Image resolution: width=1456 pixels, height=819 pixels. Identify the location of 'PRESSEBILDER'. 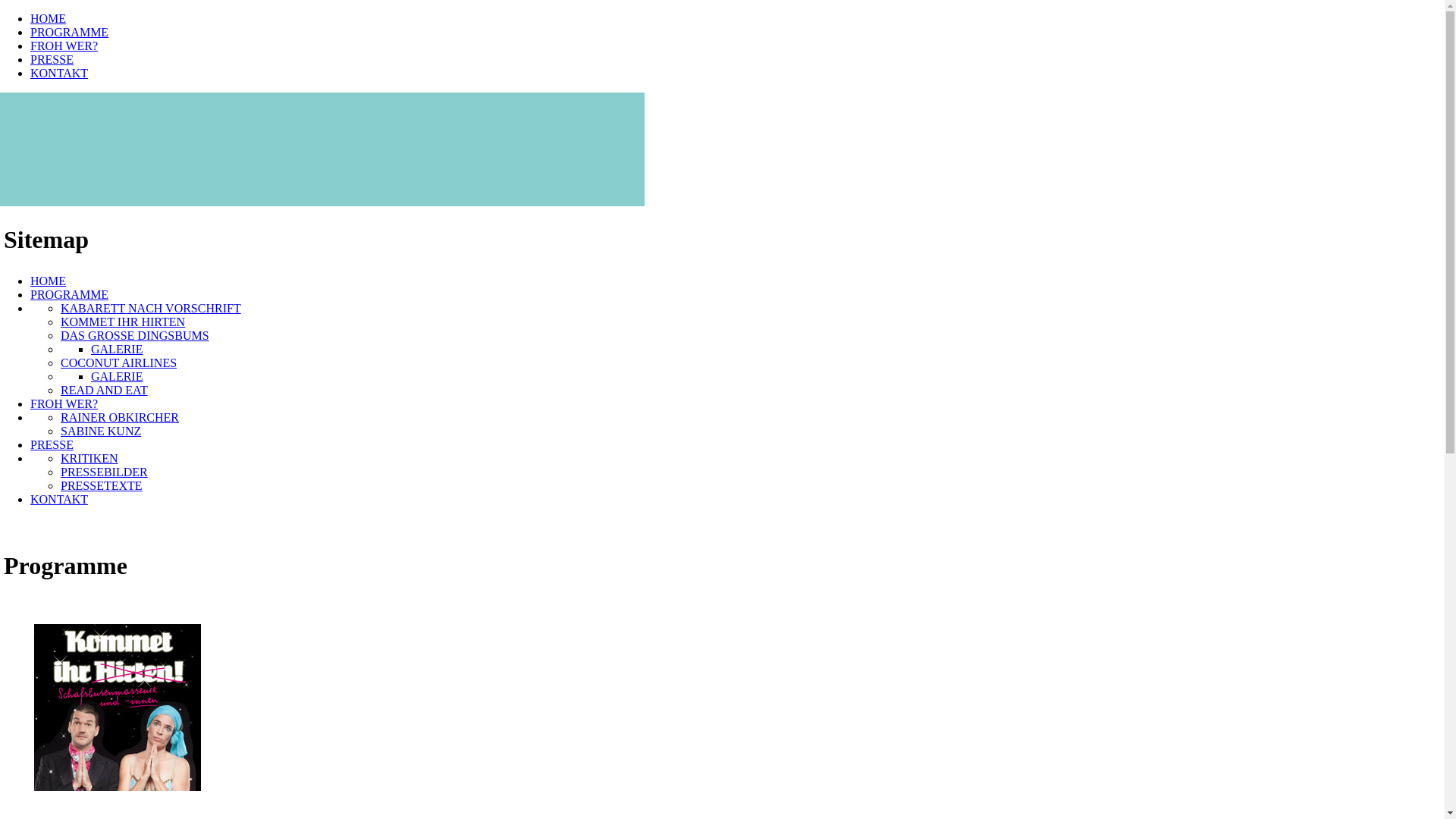
(61, 471).